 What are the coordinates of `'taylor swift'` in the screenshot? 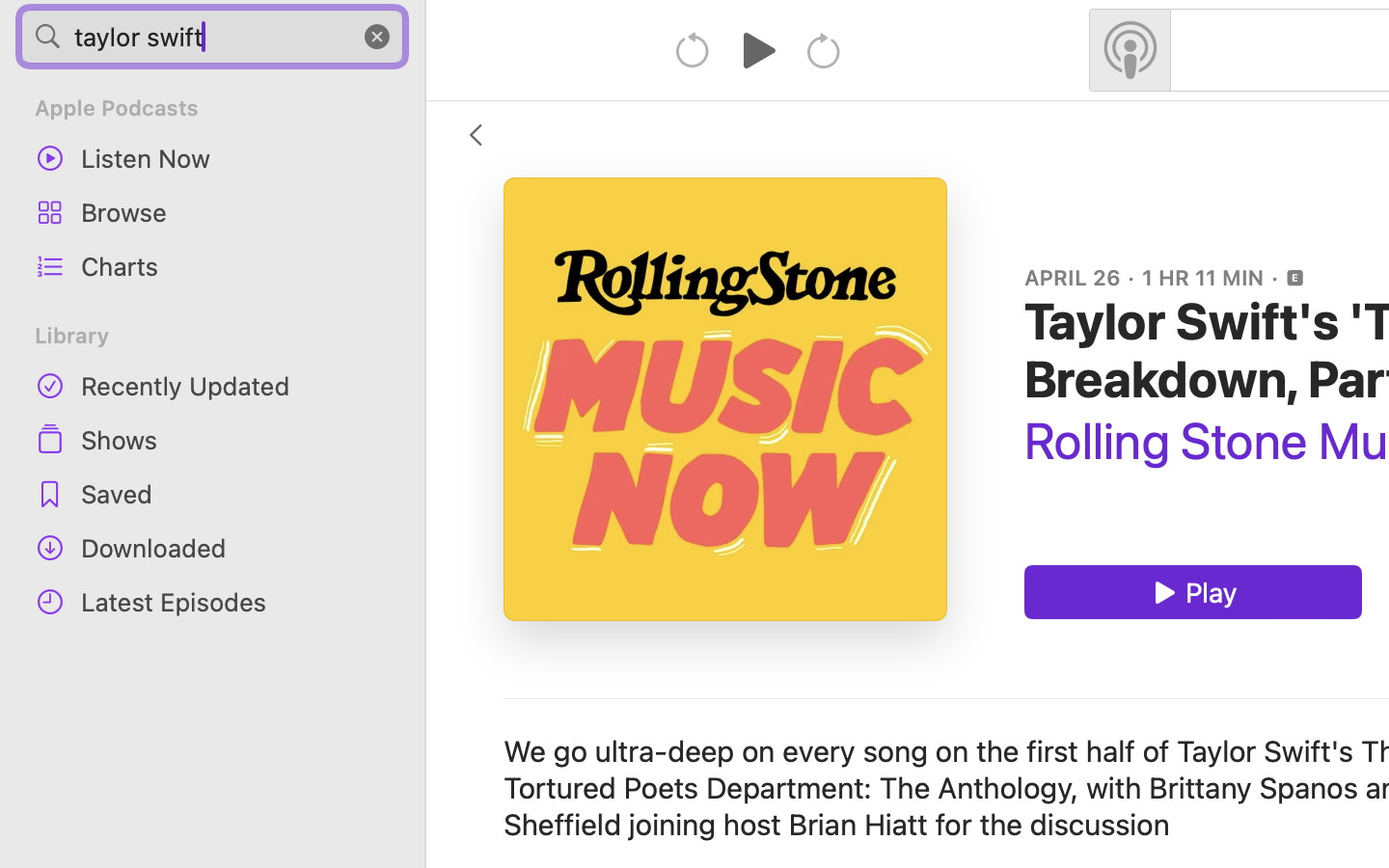 It's located at (212, 35).